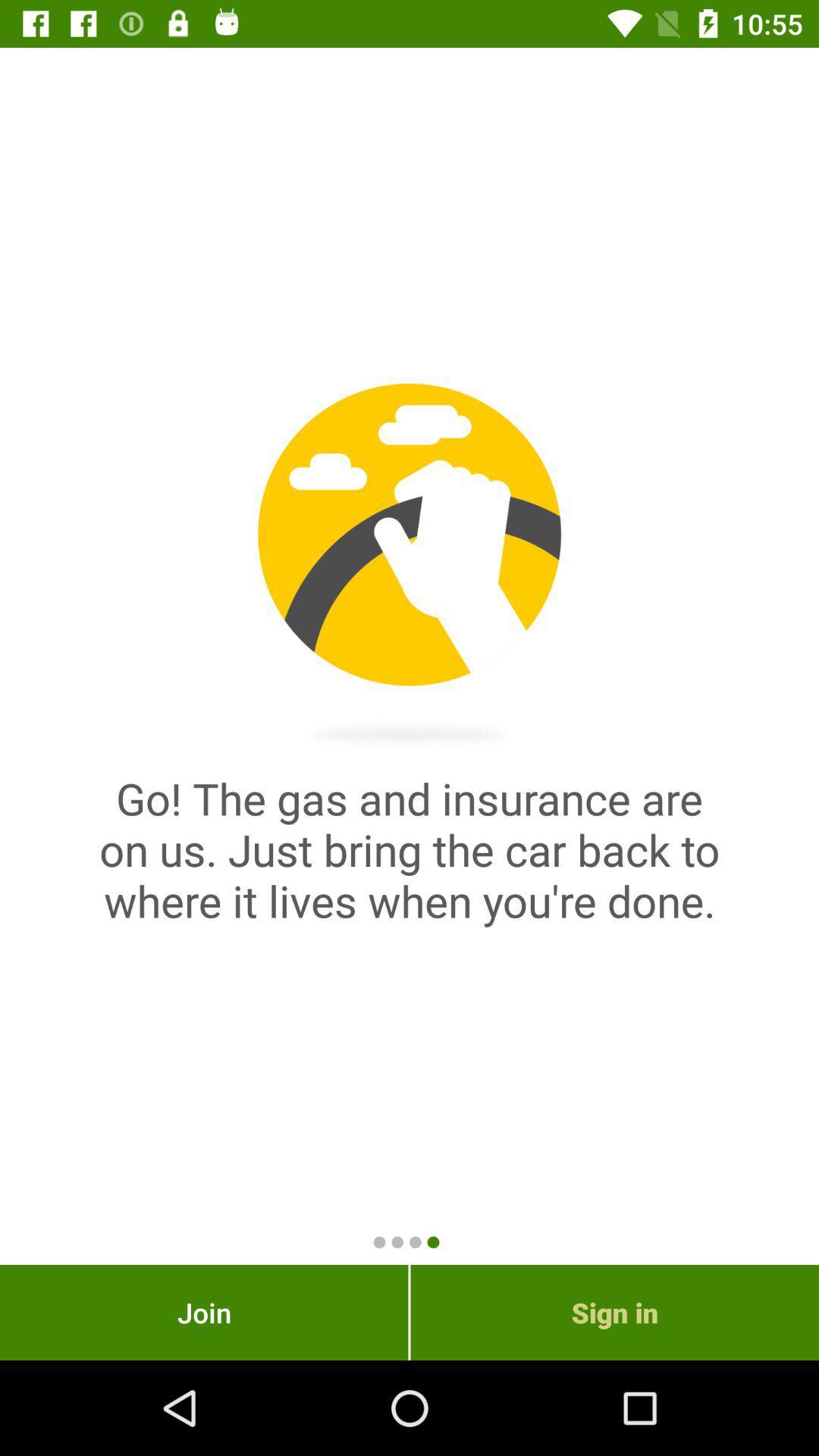 This screenshot has width=819, height=1456. What do you see at coordinates (614, 1312) in the screenshot?
I see `icon at the bottom right corner` at bounding box center [614, 1312].